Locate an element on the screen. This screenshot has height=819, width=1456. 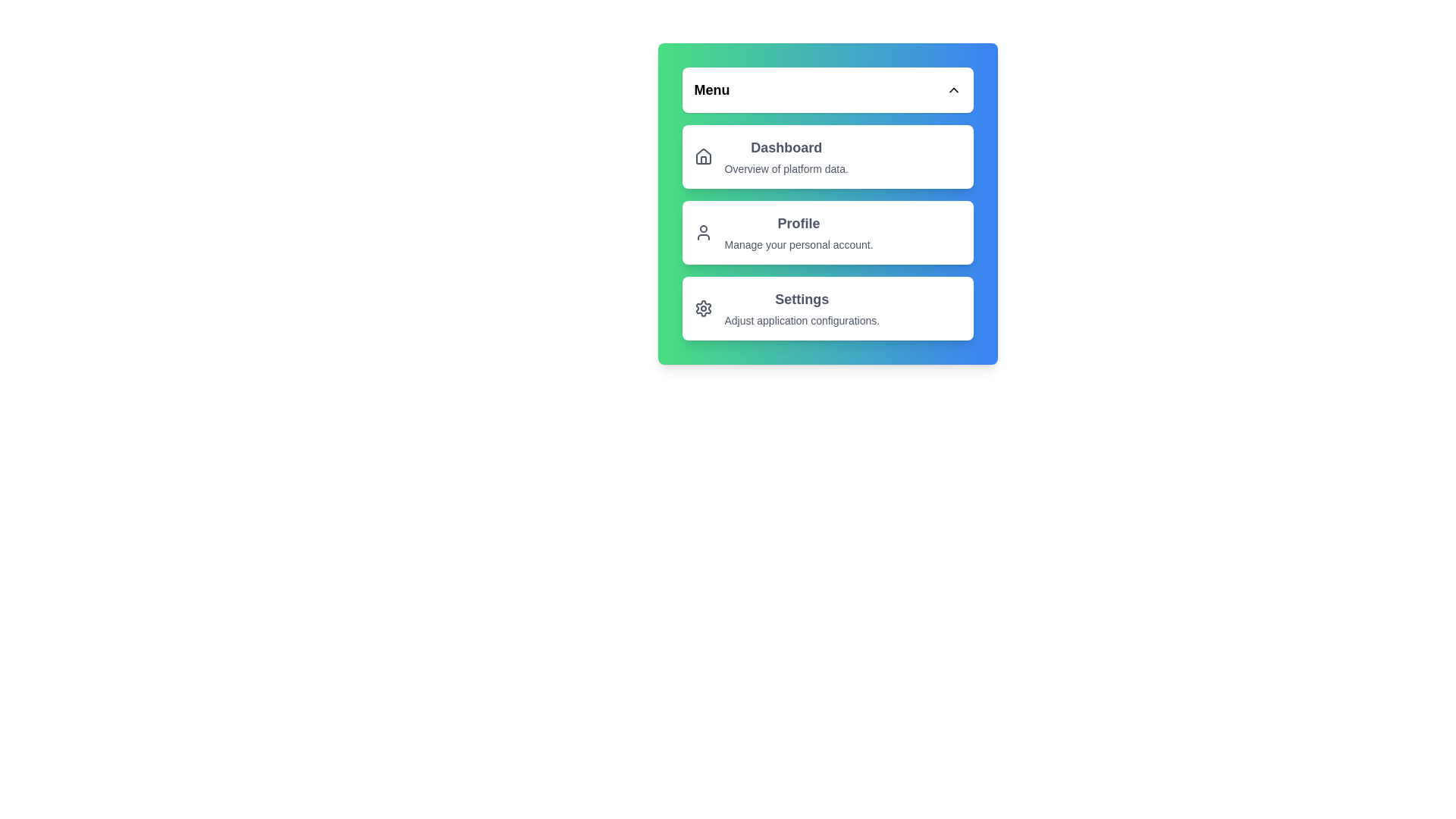
the menu item Profile is located at coordinates (827, 233).